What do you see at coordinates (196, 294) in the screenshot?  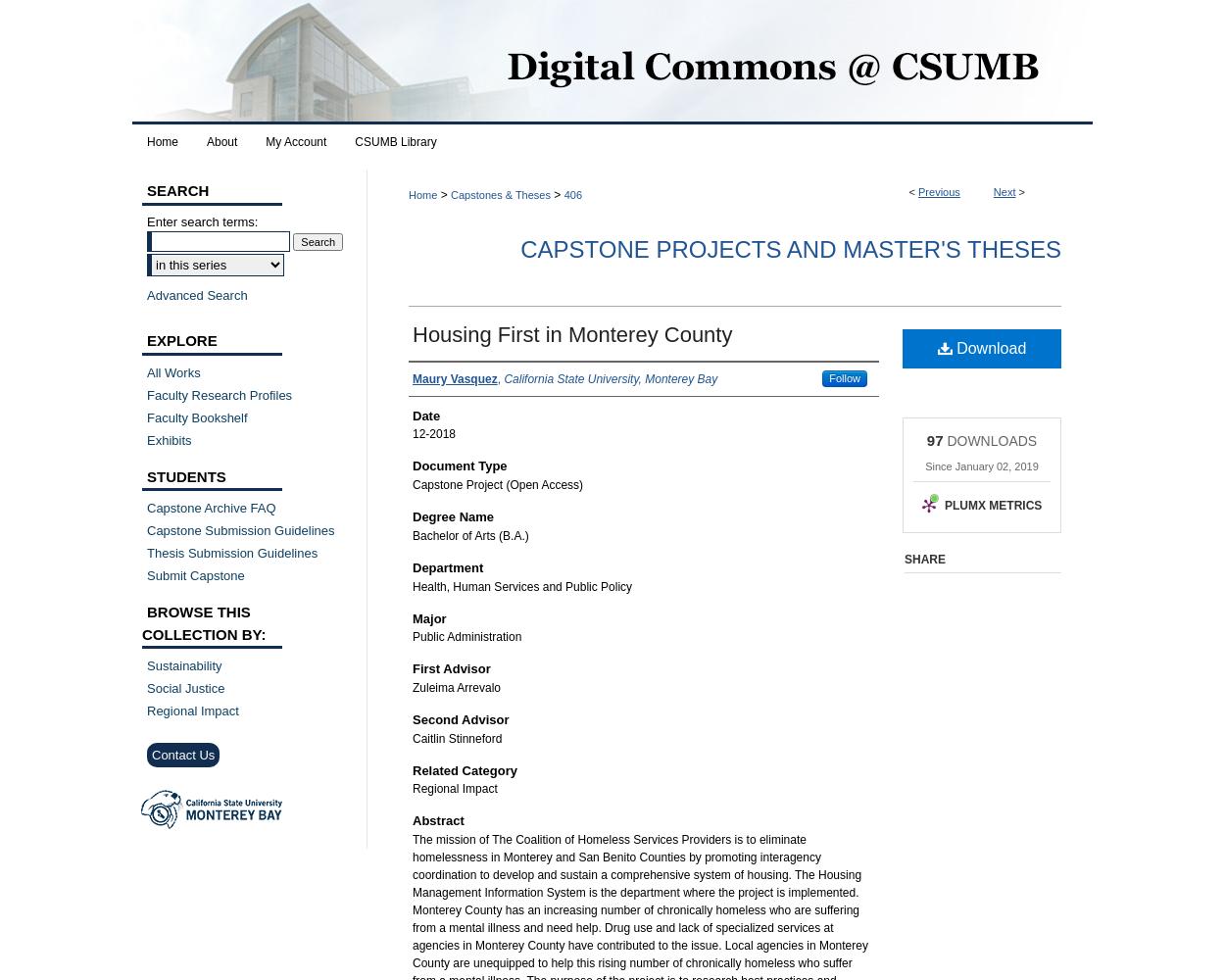 I see `'Advanced Search'` at bounding box center [196, 294].